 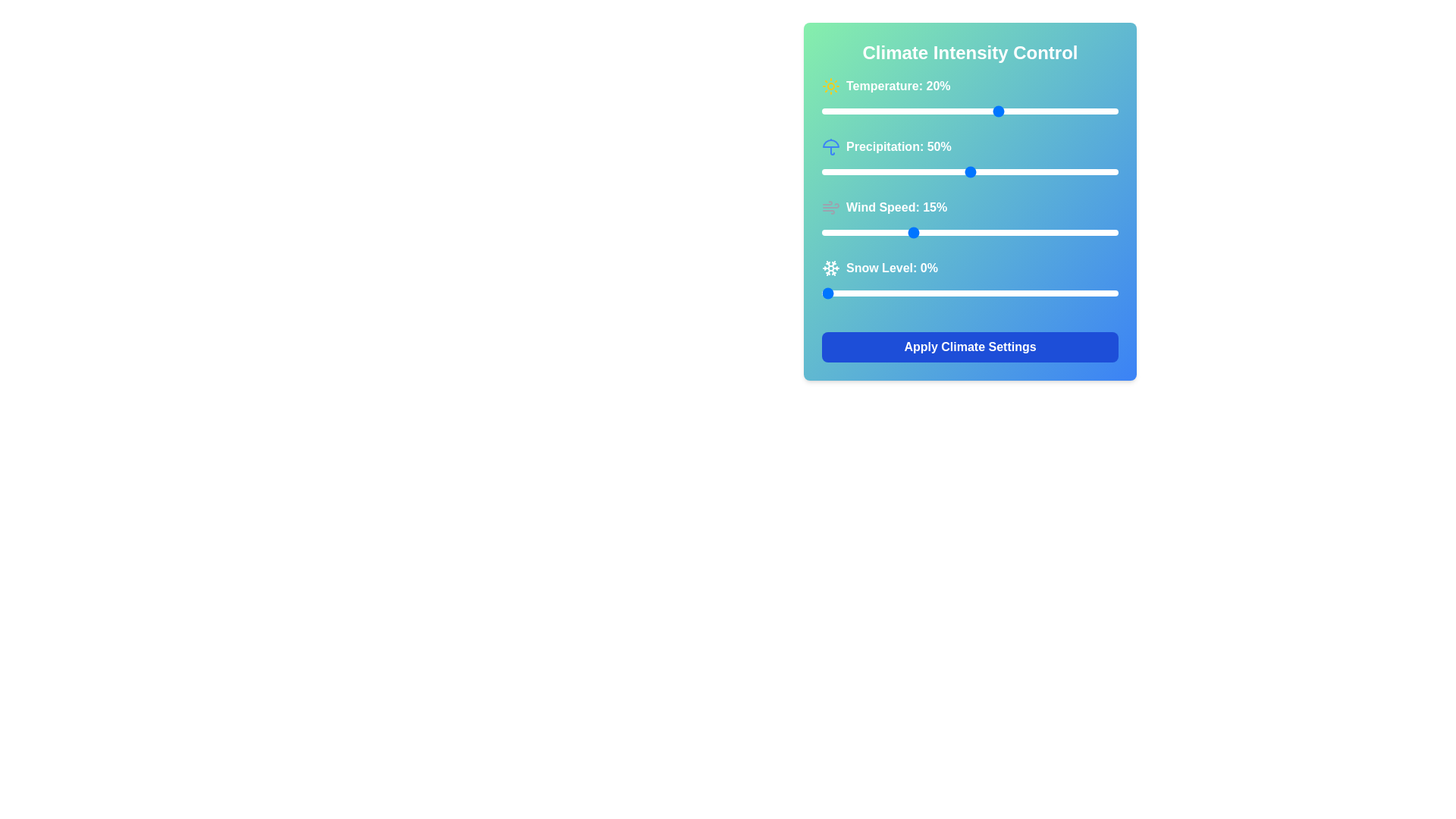 What do you see at coordinates (1058, 293) in the screenshot?
I see `the snow level` at bounding box center [1058, 293].